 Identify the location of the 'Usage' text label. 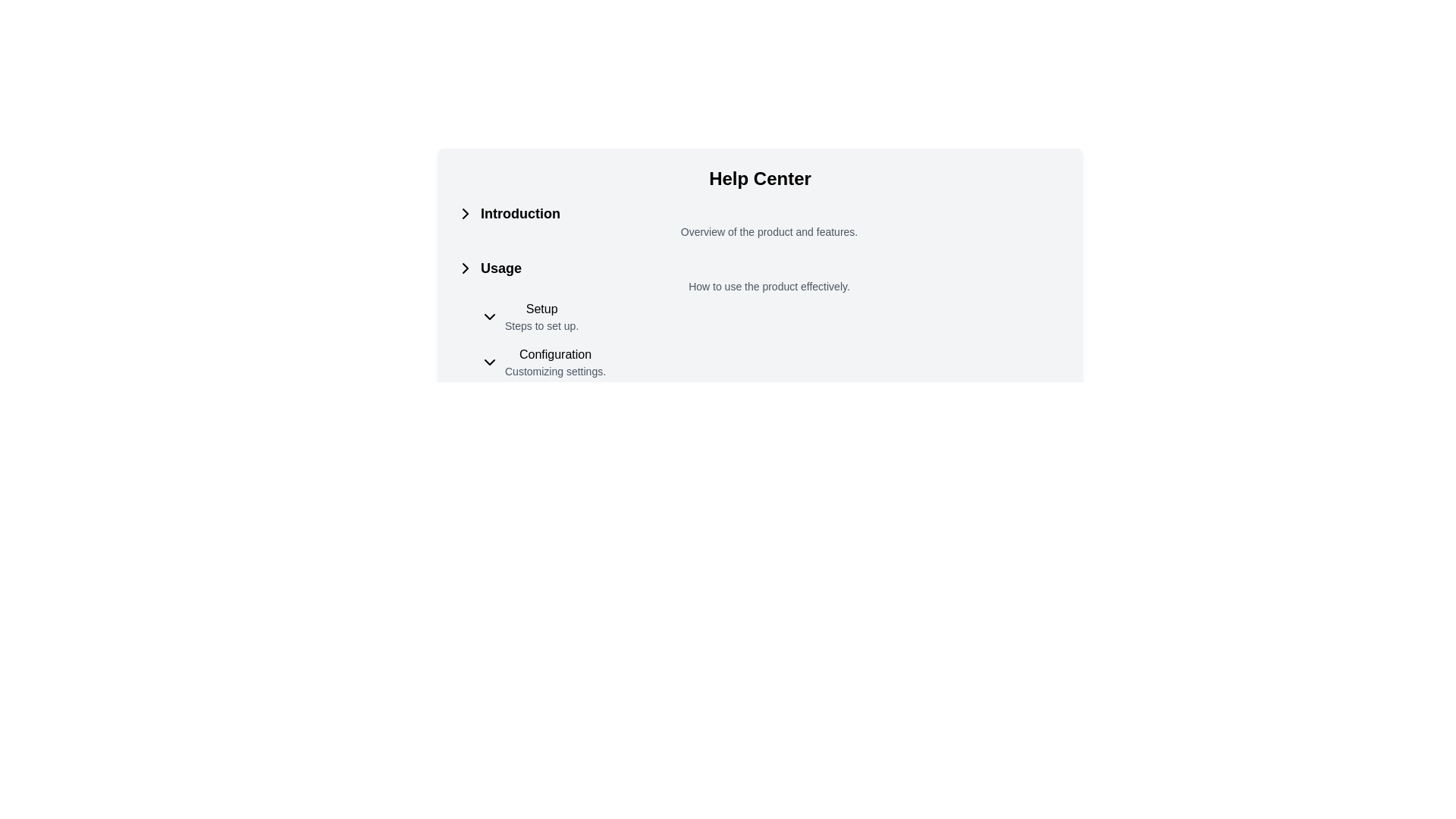
(501, 268).